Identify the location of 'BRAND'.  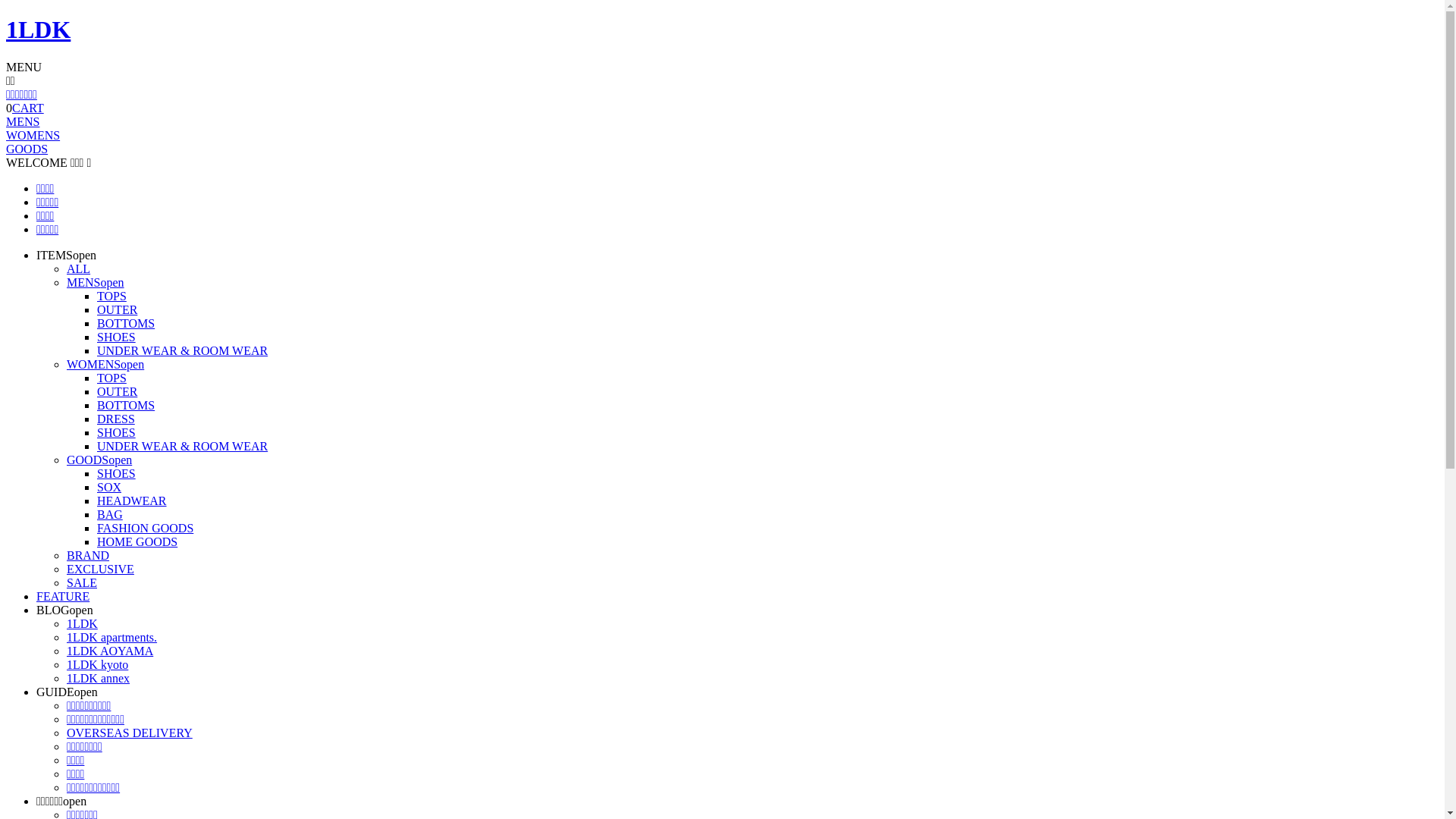
(86, 555).